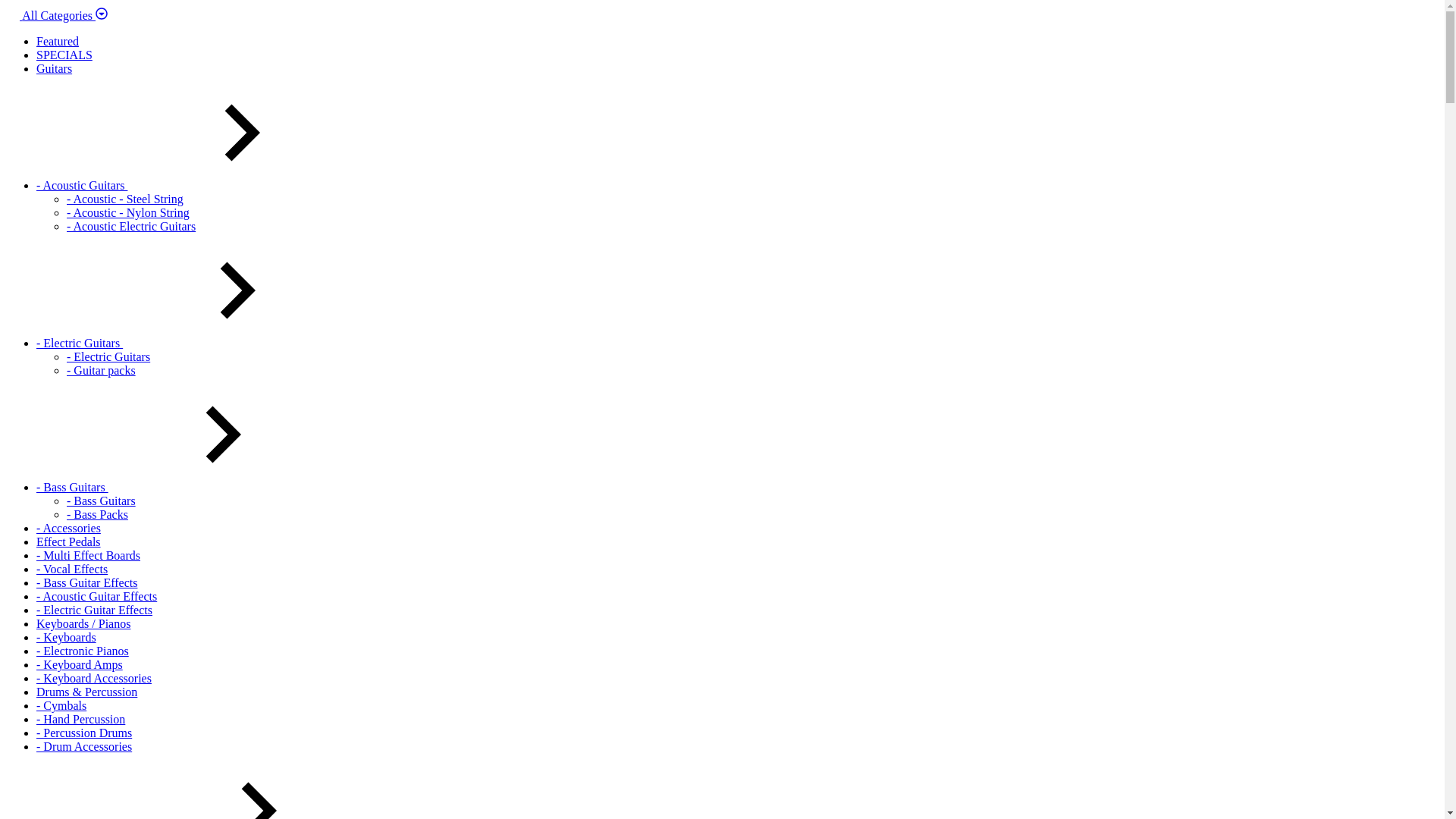 The width and height of the screenshot is (1456, 819). I want to click on '- Hand Percussion', so click(80, 718).